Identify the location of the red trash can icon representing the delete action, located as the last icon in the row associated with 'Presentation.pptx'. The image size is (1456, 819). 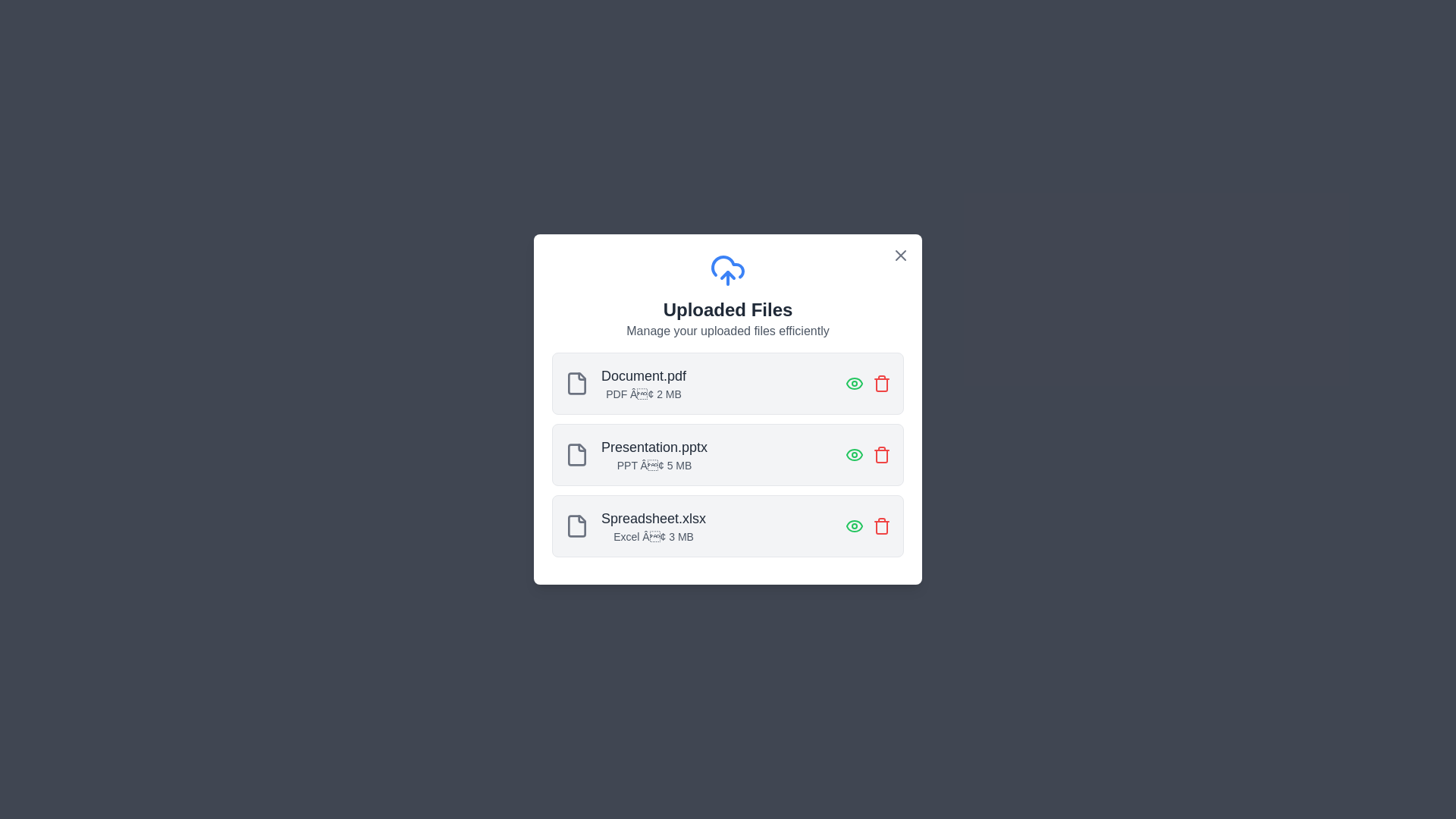
(881, 454).